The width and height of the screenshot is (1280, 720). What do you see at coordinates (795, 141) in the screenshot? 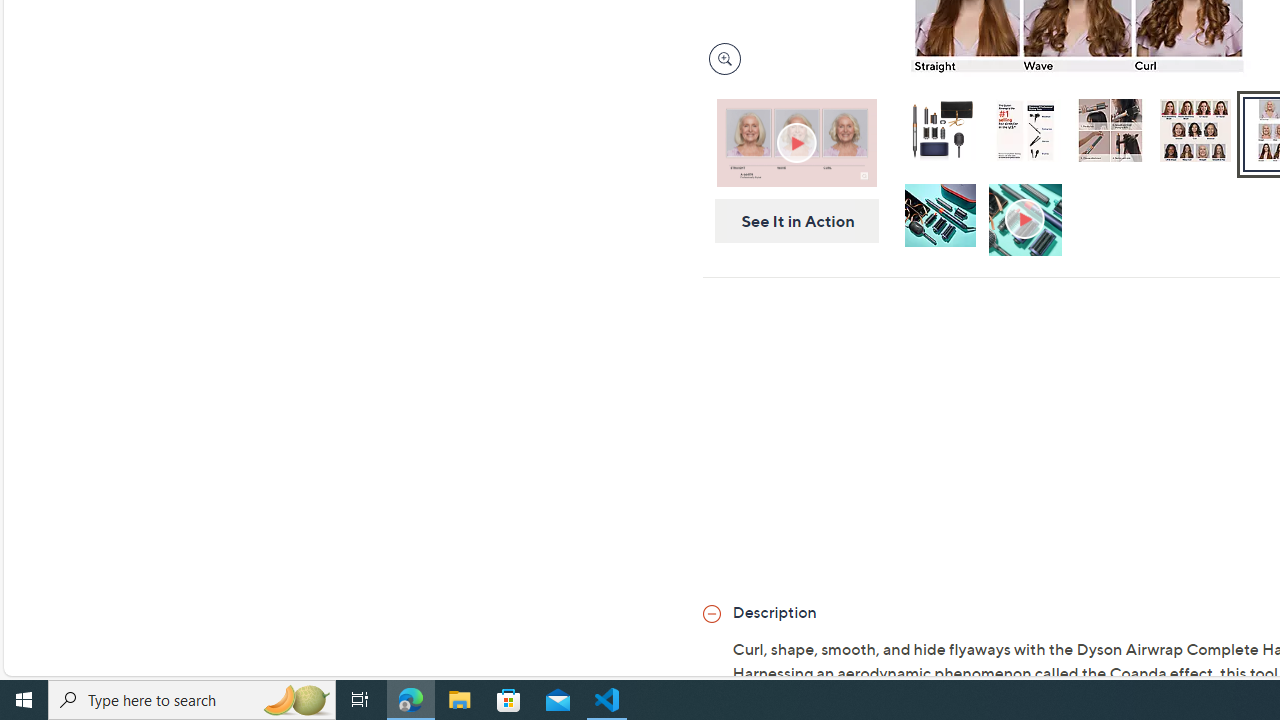
I see `'On-Air Presentation'` at bounding box center [795, 141].